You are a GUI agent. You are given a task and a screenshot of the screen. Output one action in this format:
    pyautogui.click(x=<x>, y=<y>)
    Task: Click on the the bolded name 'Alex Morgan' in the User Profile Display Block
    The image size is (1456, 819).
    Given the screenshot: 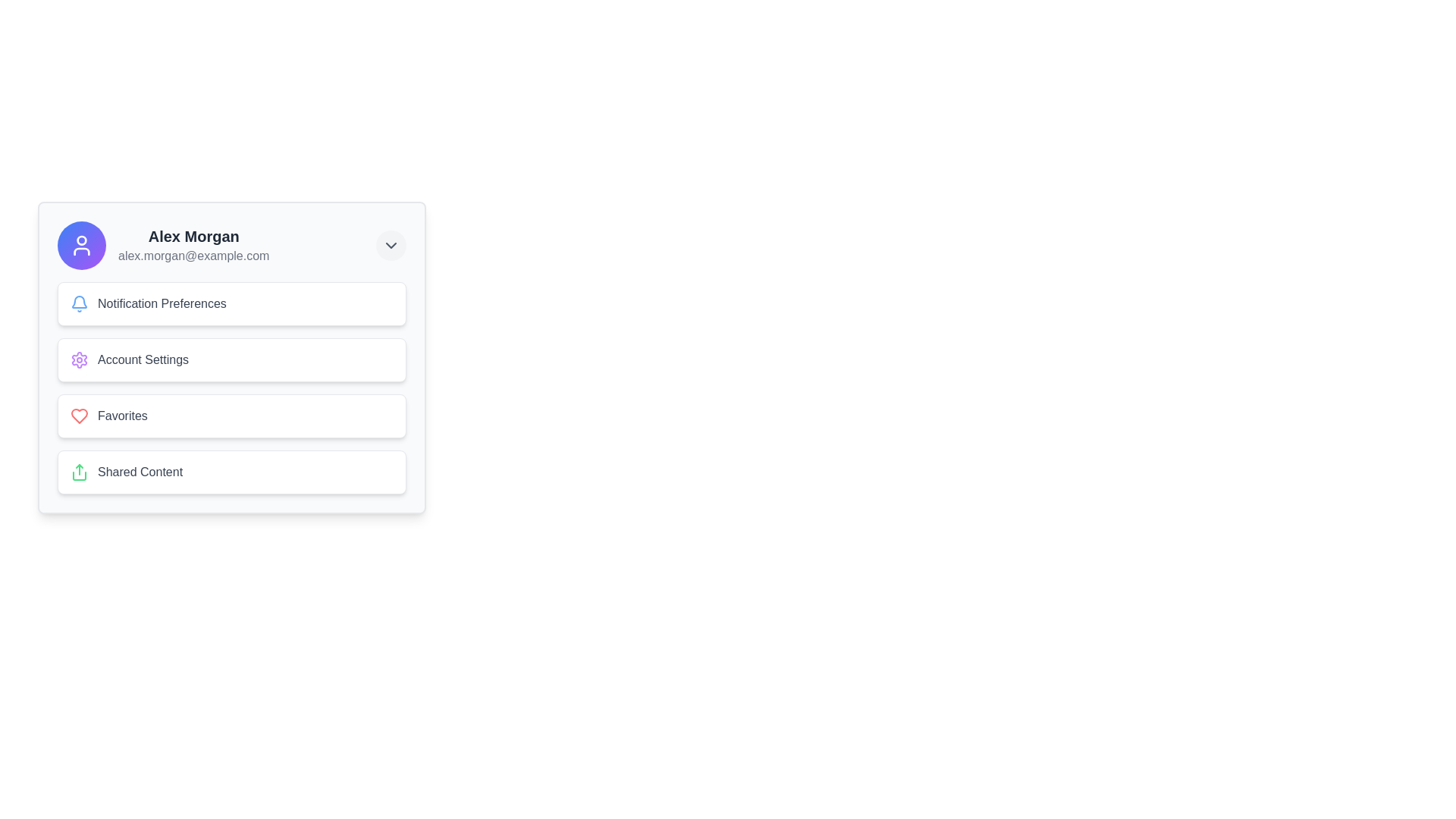 What is the action you would take?
    pyautogui.click(x=163, y=245)
    